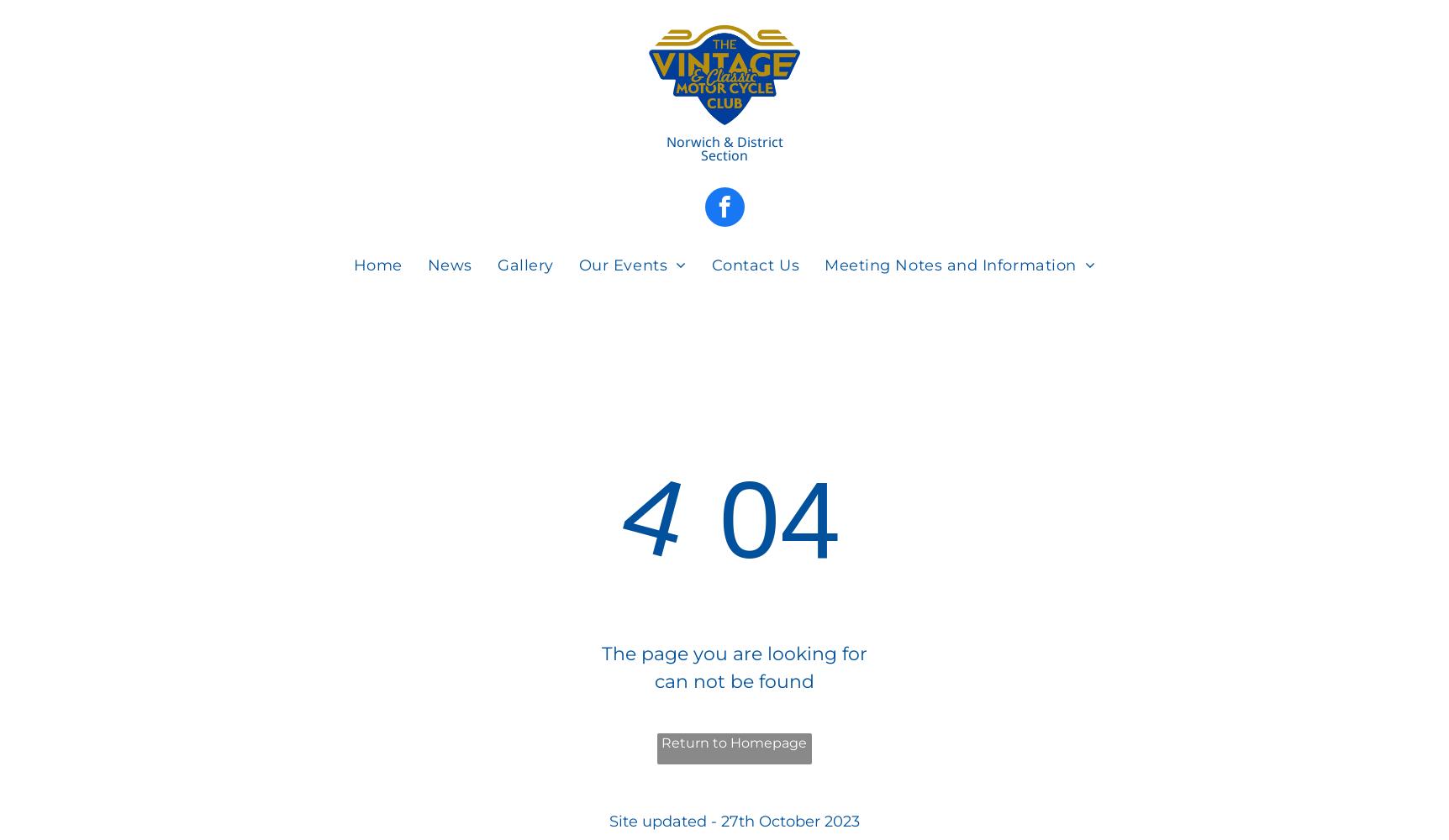 This screenshot has height=840, width=1449. What do you see at coordinates (709, 264) in the screenshot?
I see `'Contact Us'` at bounding box center [709, 264].